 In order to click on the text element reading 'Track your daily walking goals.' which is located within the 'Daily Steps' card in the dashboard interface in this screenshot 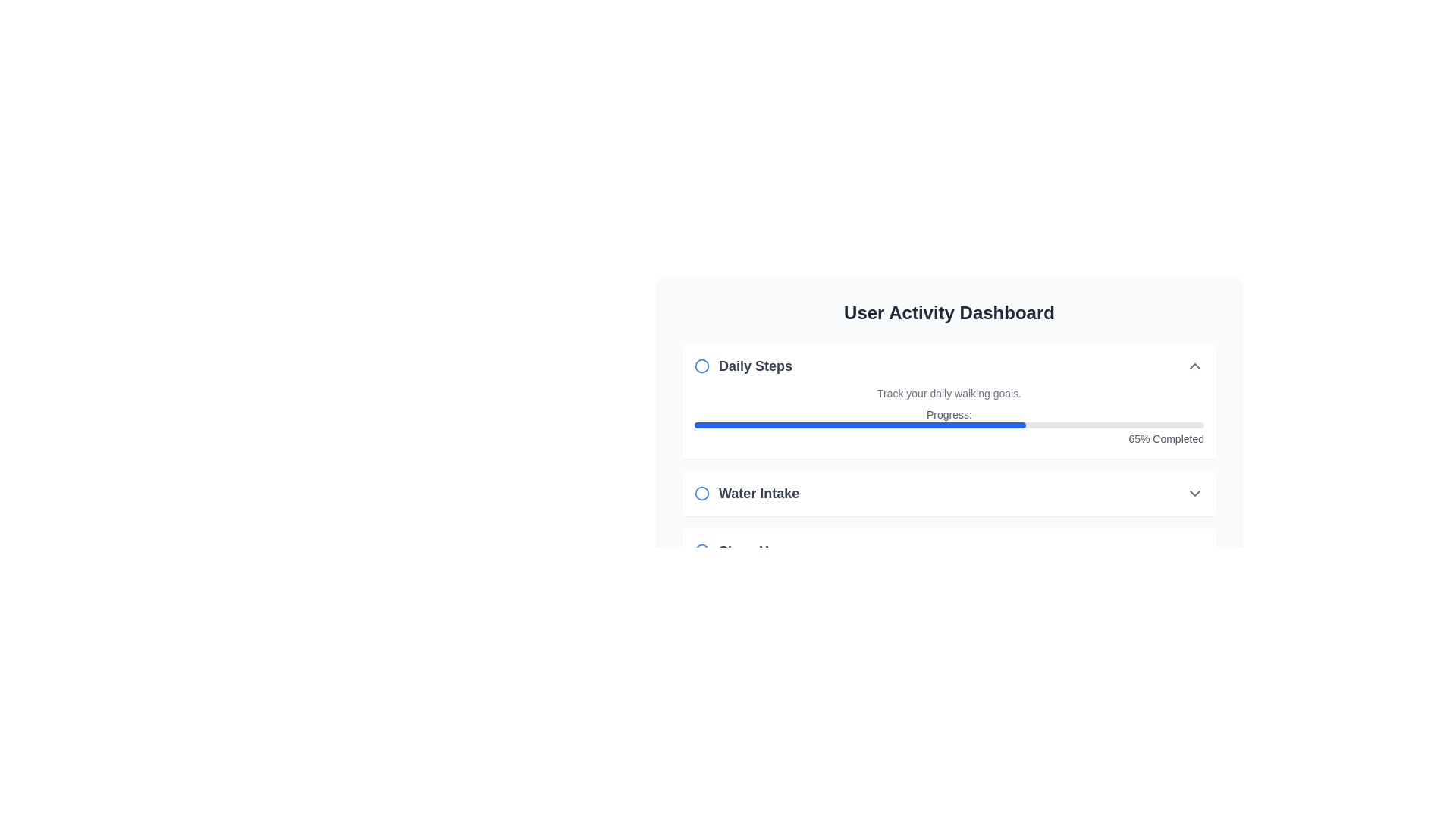, I will do `click(949, 393)`.